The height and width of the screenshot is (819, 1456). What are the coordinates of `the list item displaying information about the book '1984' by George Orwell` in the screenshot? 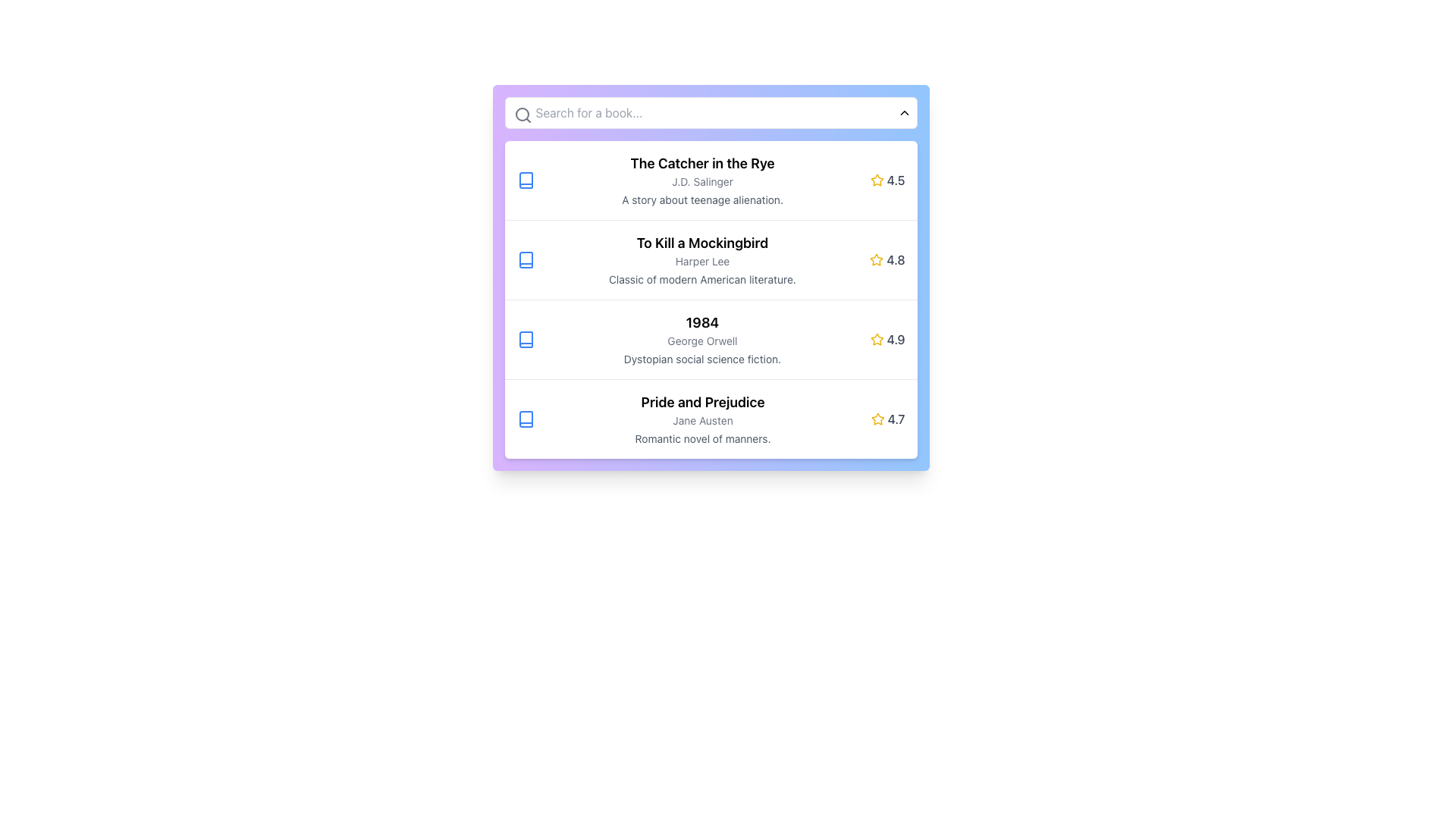 It's located at (710, 338).